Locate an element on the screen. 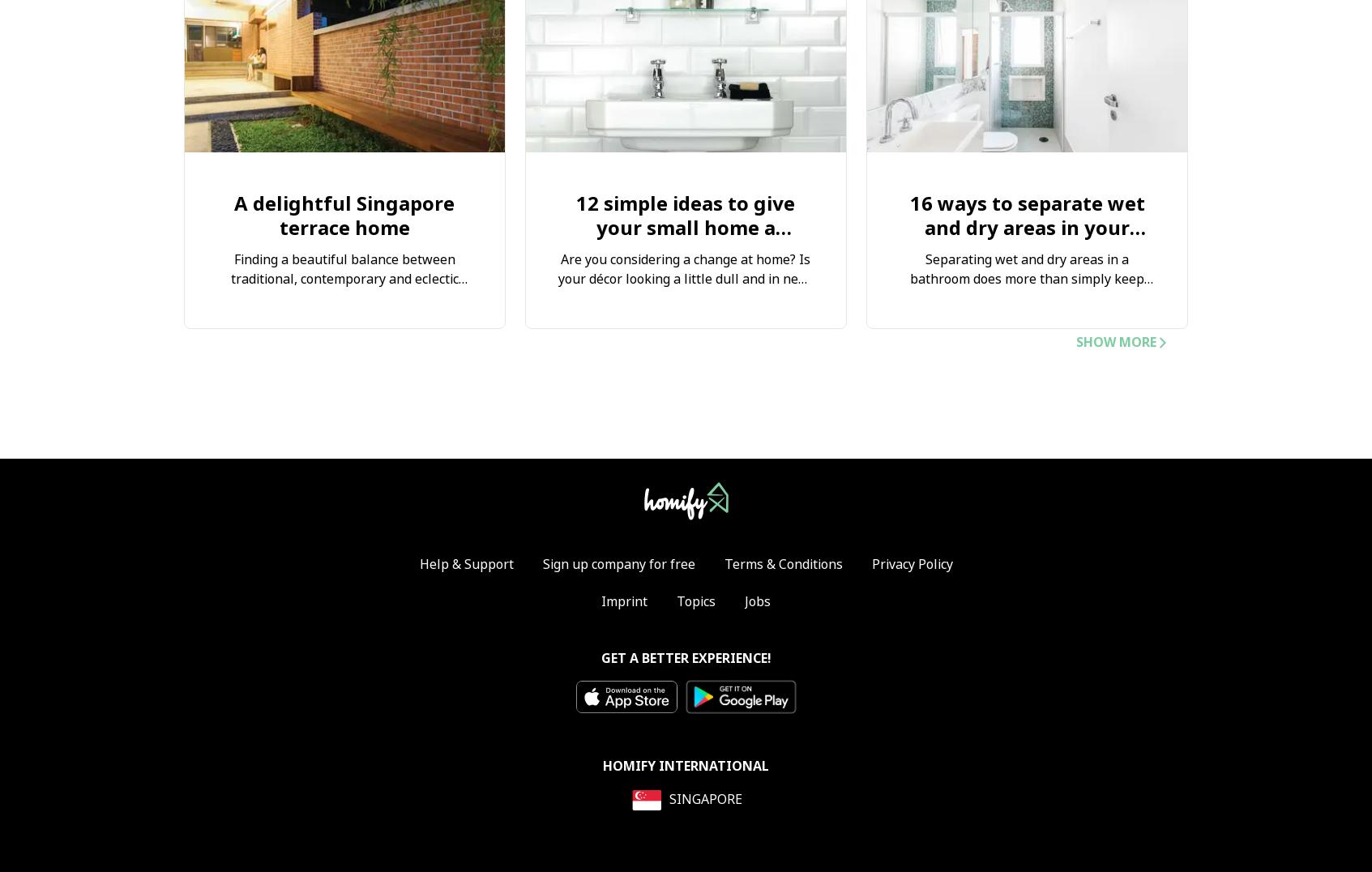  'Imprint' is located at coordinates (624, 601).